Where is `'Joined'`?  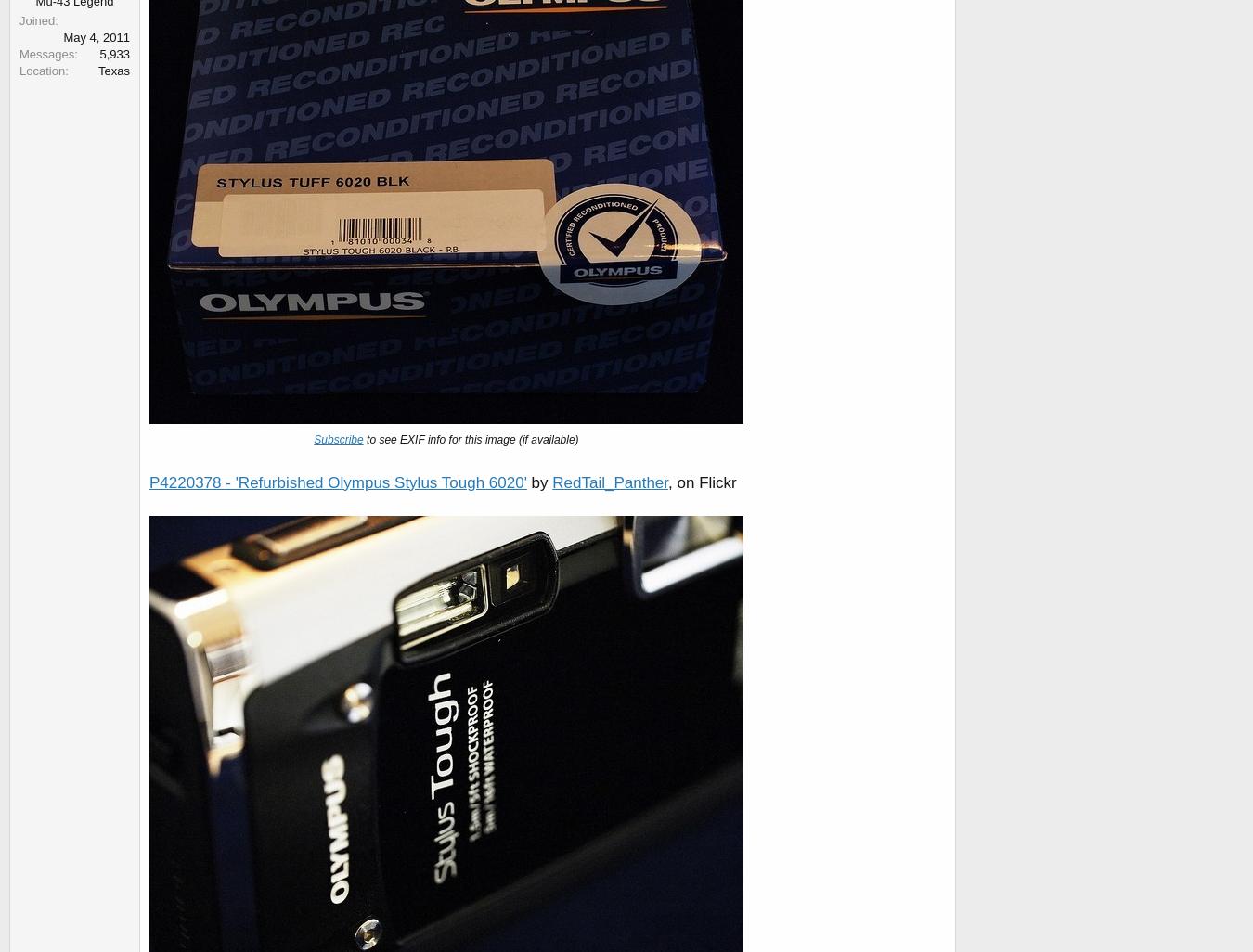 'Joined' is located at coordinates (35, 19).